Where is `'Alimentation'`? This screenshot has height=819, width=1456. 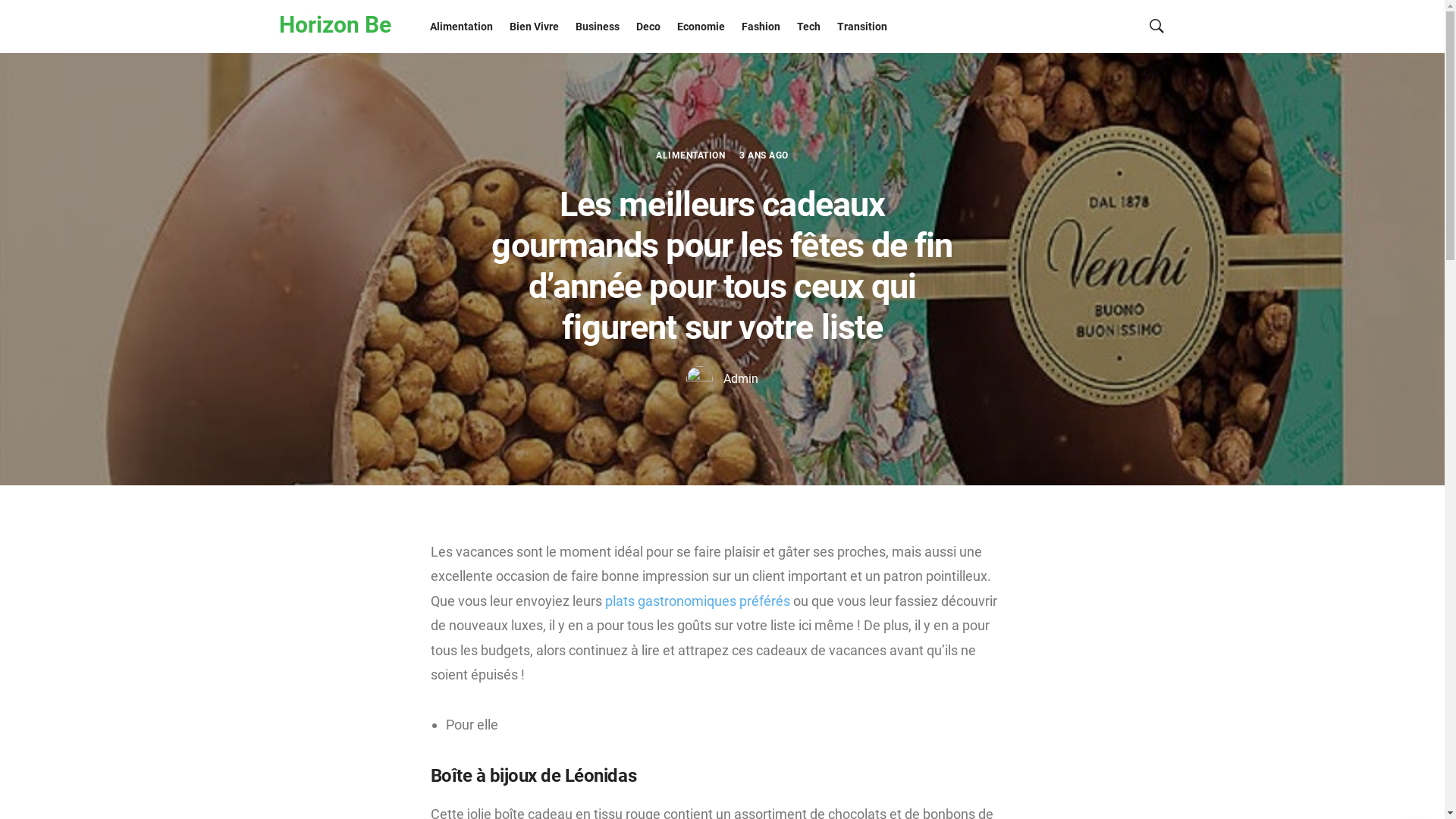 'Alimentation' is located at coordinates (460, 26).